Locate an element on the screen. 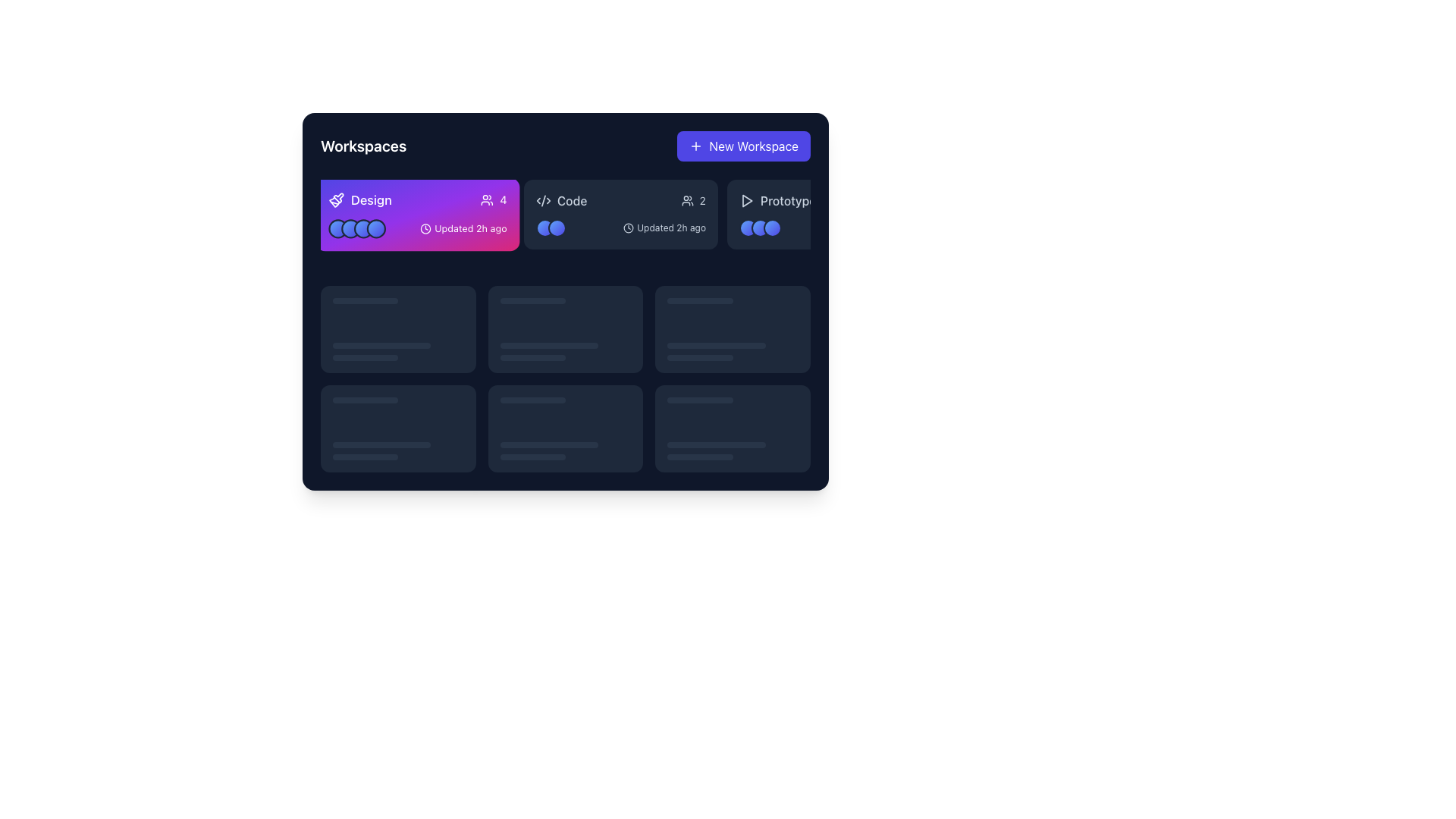  to select or interact with the Placeholder Card, which is a dark rectangular panel with rounded corners located in the third column of the first row of the grid layout is located at coordinates (733, 328).